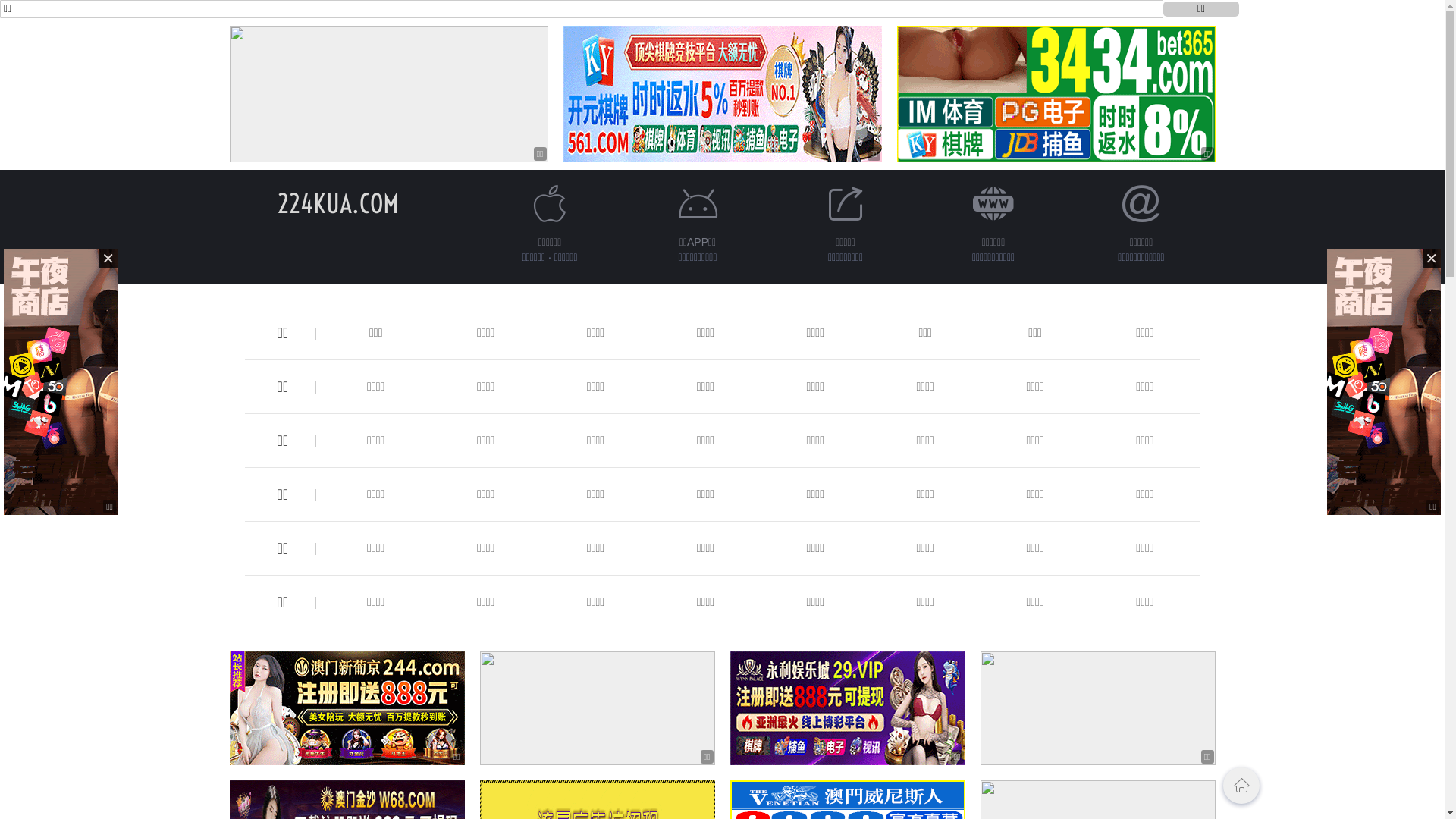 Image resolution: width=1456 pixels, height=819 pixels. Describe the element at coordinates (337, 202) in the screenshot. I see `'224KUA.COM'` at that location.